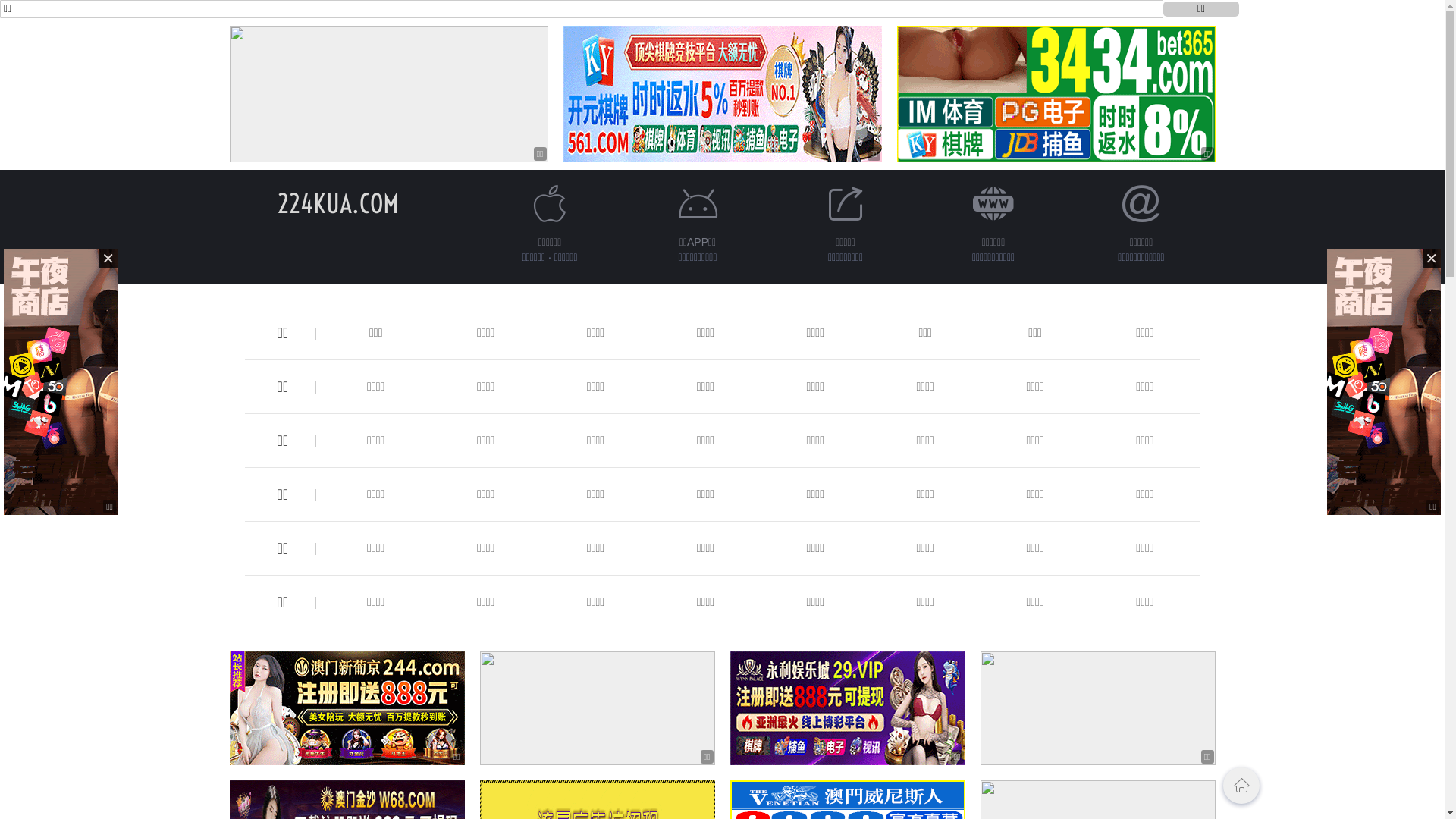 Image resolution: width=1456 pixels, height=819 pixels. Describe the element at coordinates (337, 202) in the screenshot. I see `'224KUA.COM'` at that location.